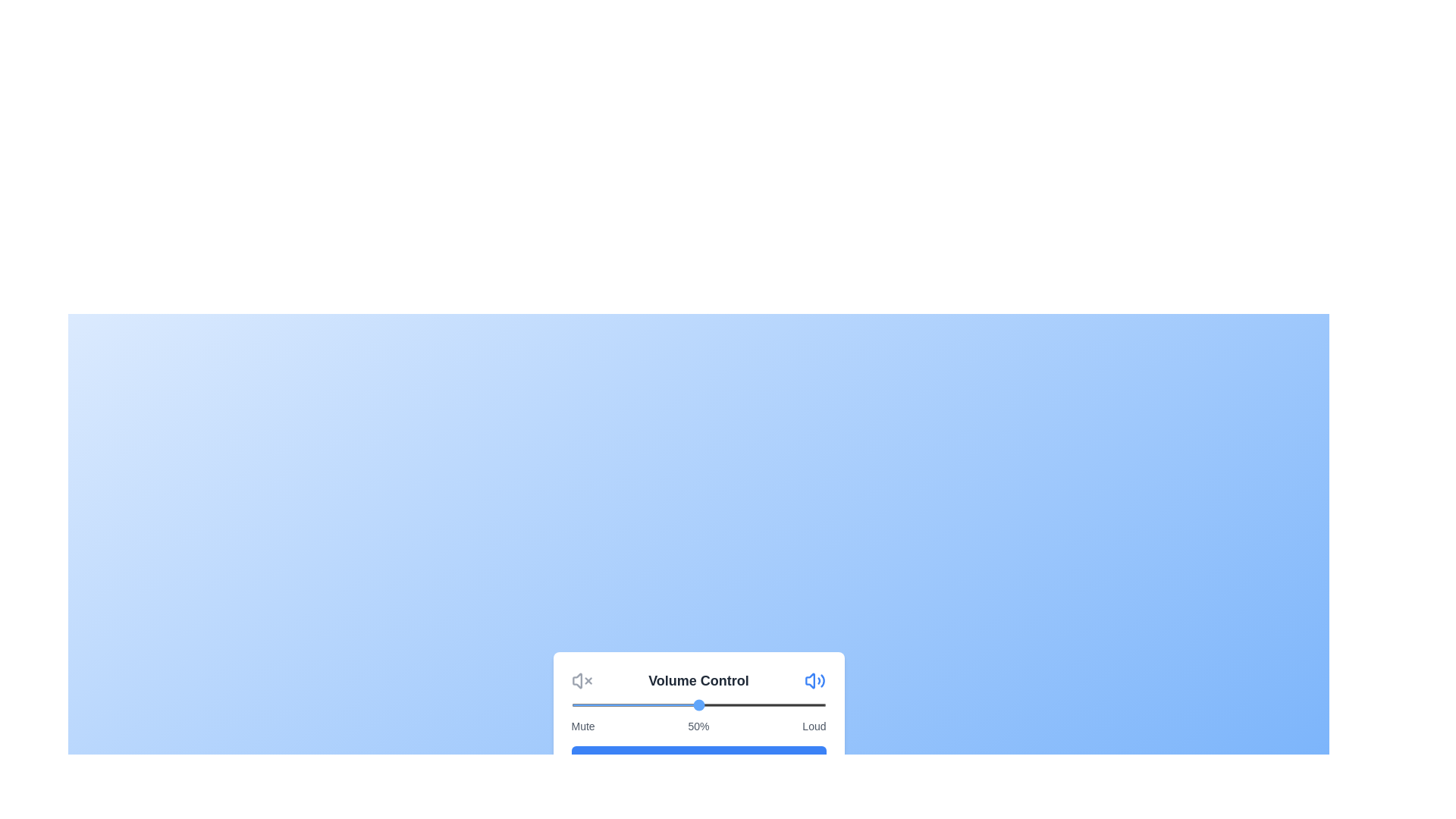 The image size is (1456, 819). Describe the element at coordinates (720, 704) in the screenshot. I see `the volume slider to 59%` at that location.